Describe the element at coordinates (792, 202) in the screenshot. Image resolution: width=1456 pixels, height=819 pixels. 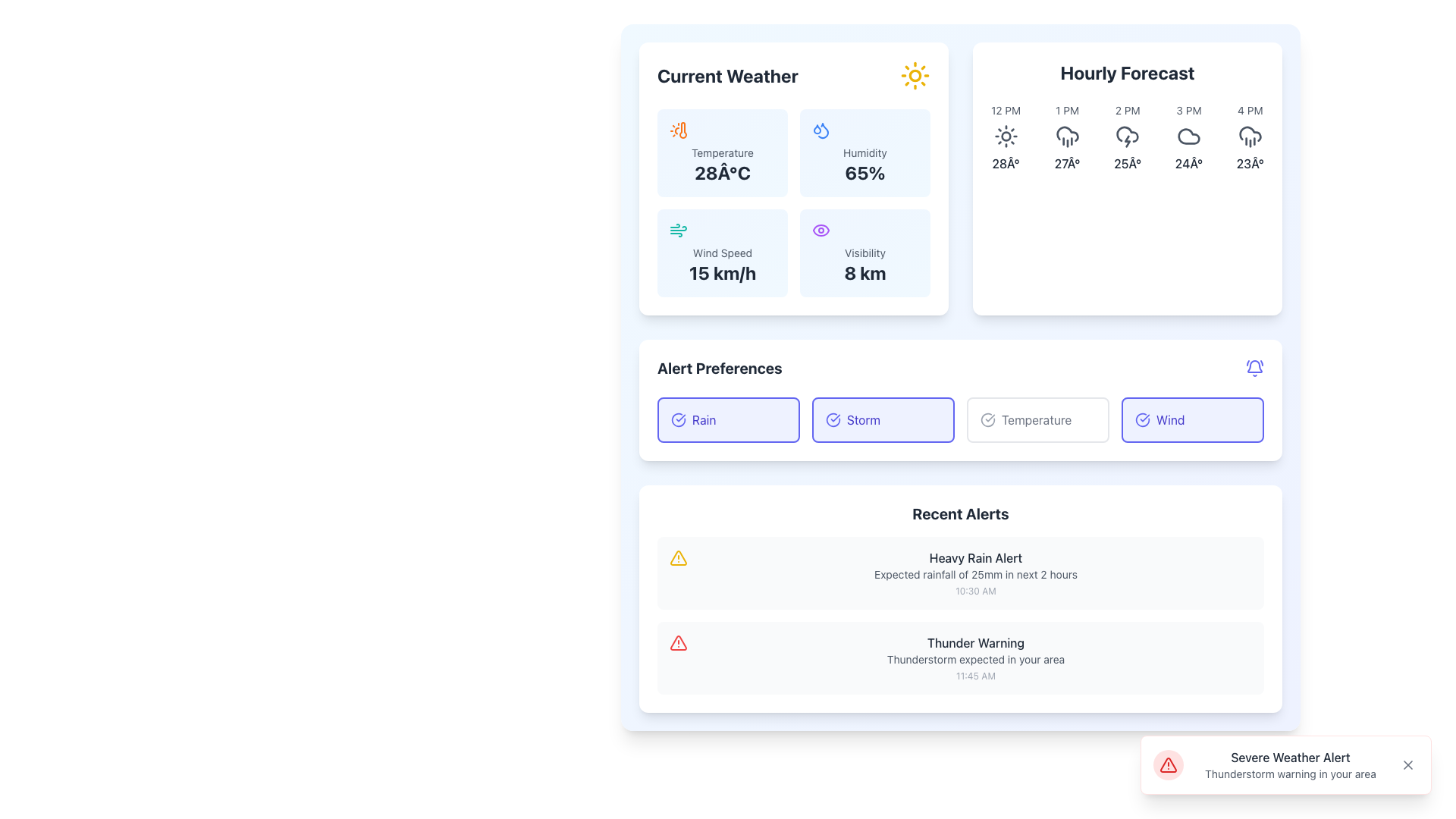
I see `weather detail components in the grid layout located directly below the 'Current Weather' title and to the left of the 'Hourly Forecast' section` at that location.